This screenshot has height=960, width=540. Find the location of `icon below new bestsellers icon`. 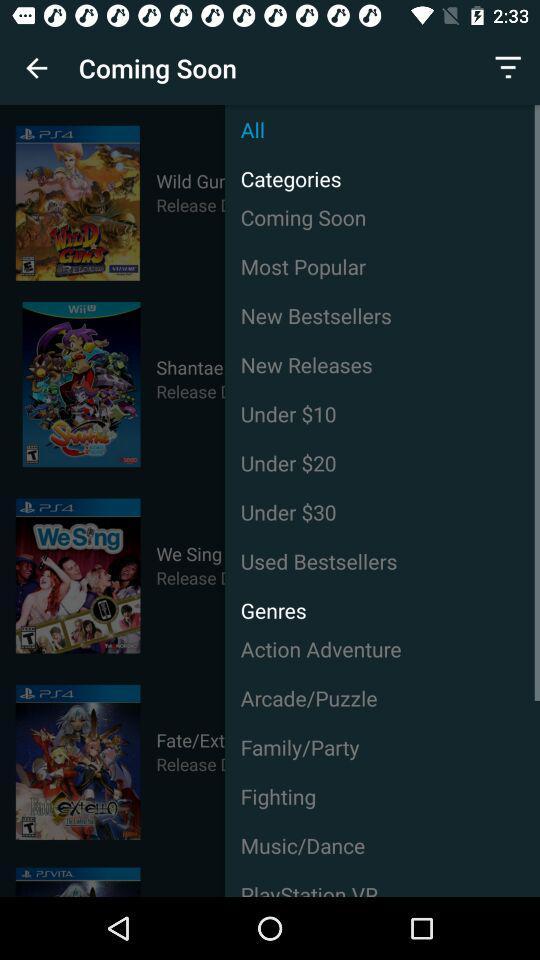

icon below new bestsellers icon is located at coordinates (382, 363).